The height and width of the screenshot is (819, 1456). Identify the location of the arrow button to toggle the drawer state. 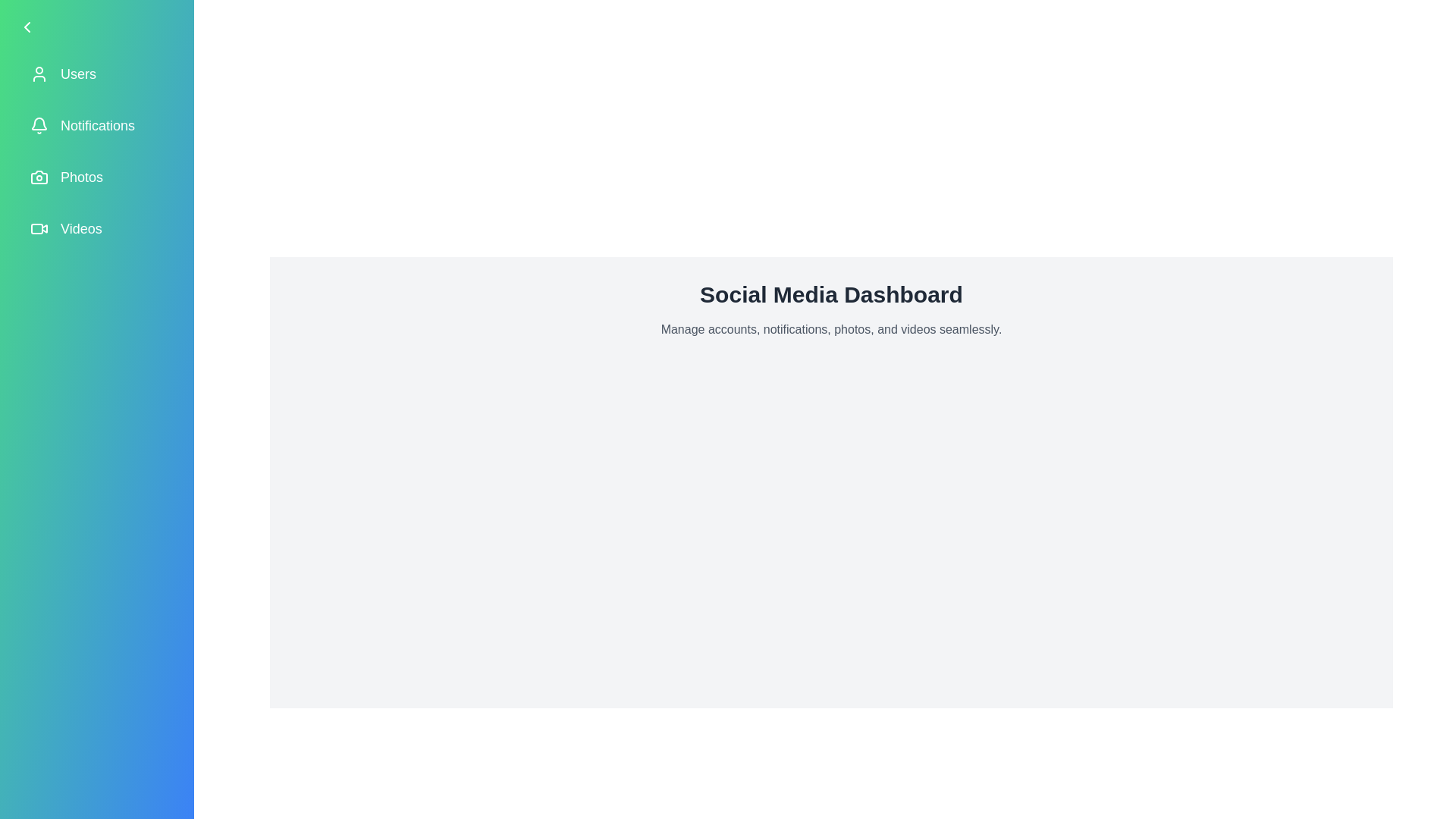
(27, 27).